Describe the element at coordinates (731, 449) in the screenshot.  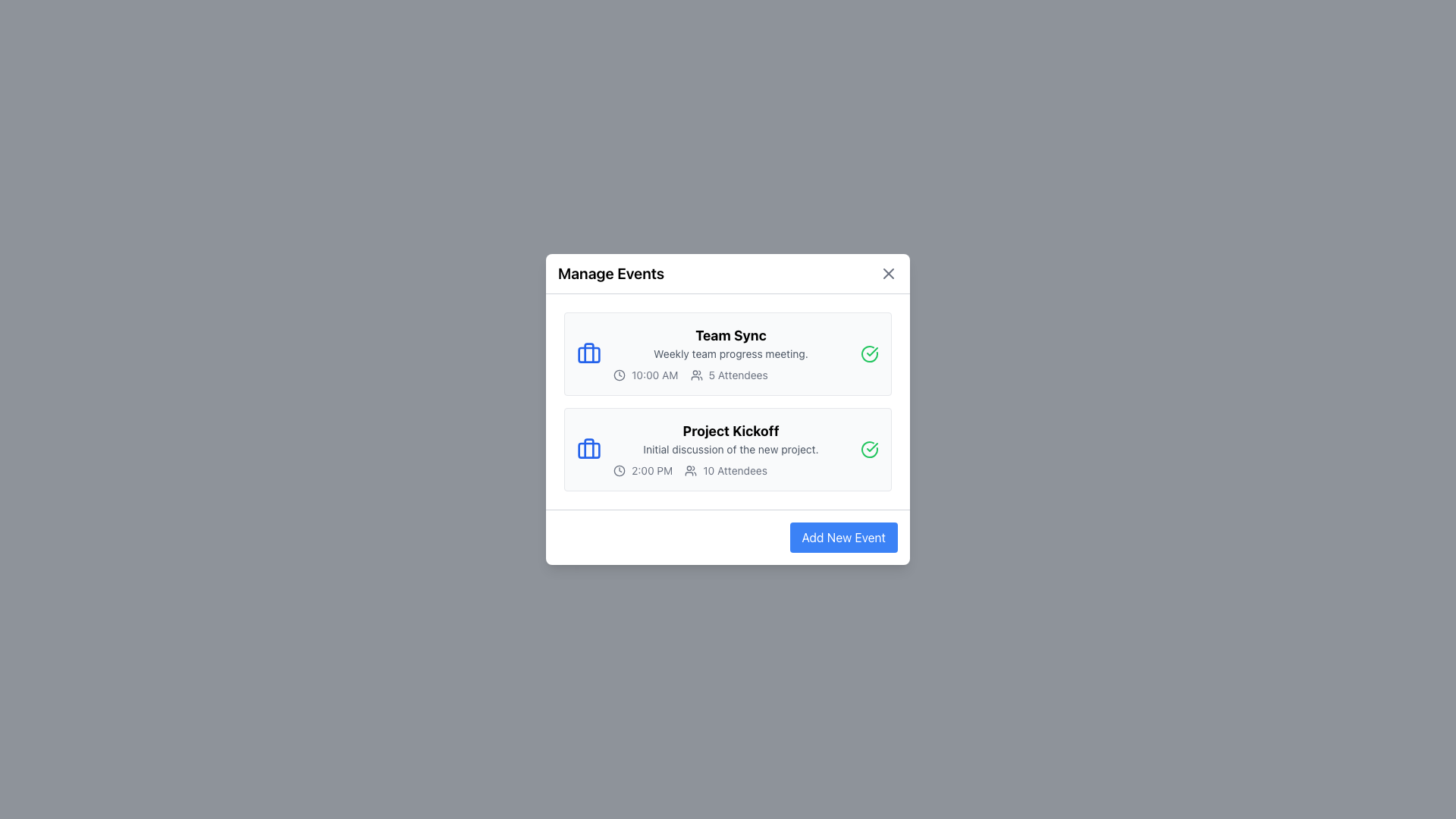
I see `the text label providing a brief description for the 'Project Kickoff' event, located within the second card of the 'Manage Events' dialog` at that location.